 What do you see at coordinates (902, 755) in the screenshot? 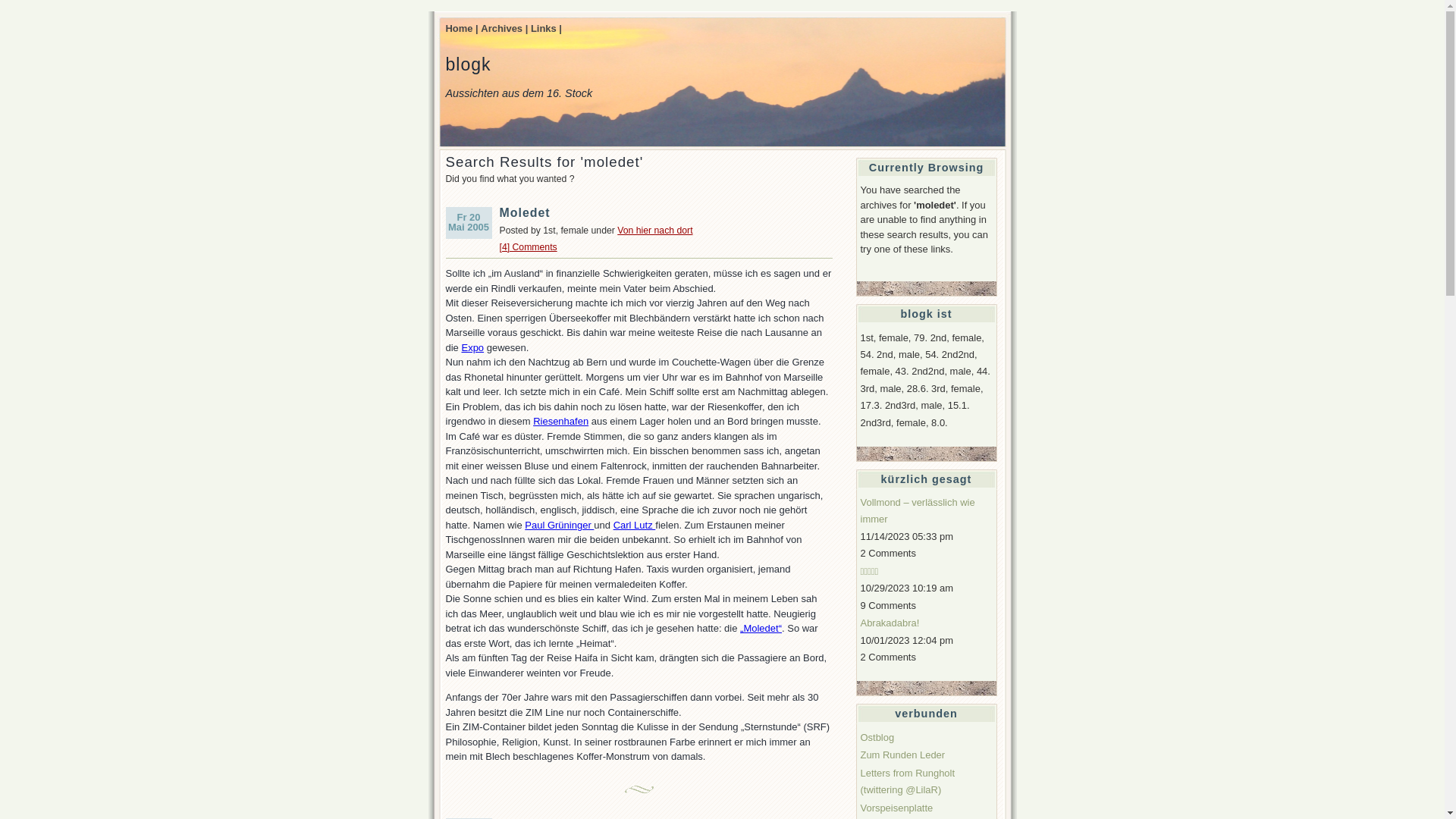
I see `'Zum Runden Leder'` at bounding box center [902, 755].